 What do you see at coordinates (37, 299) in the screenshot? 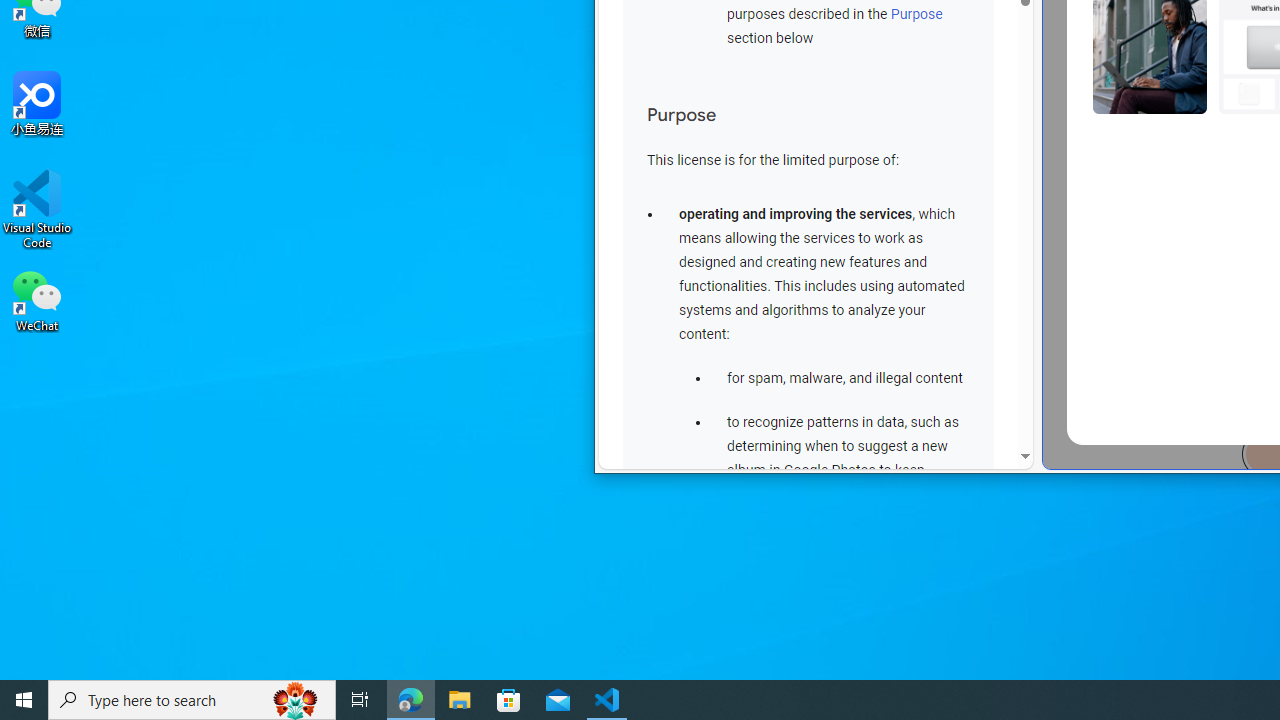
I see `'WeChat'` at bounding box center [37, 299].